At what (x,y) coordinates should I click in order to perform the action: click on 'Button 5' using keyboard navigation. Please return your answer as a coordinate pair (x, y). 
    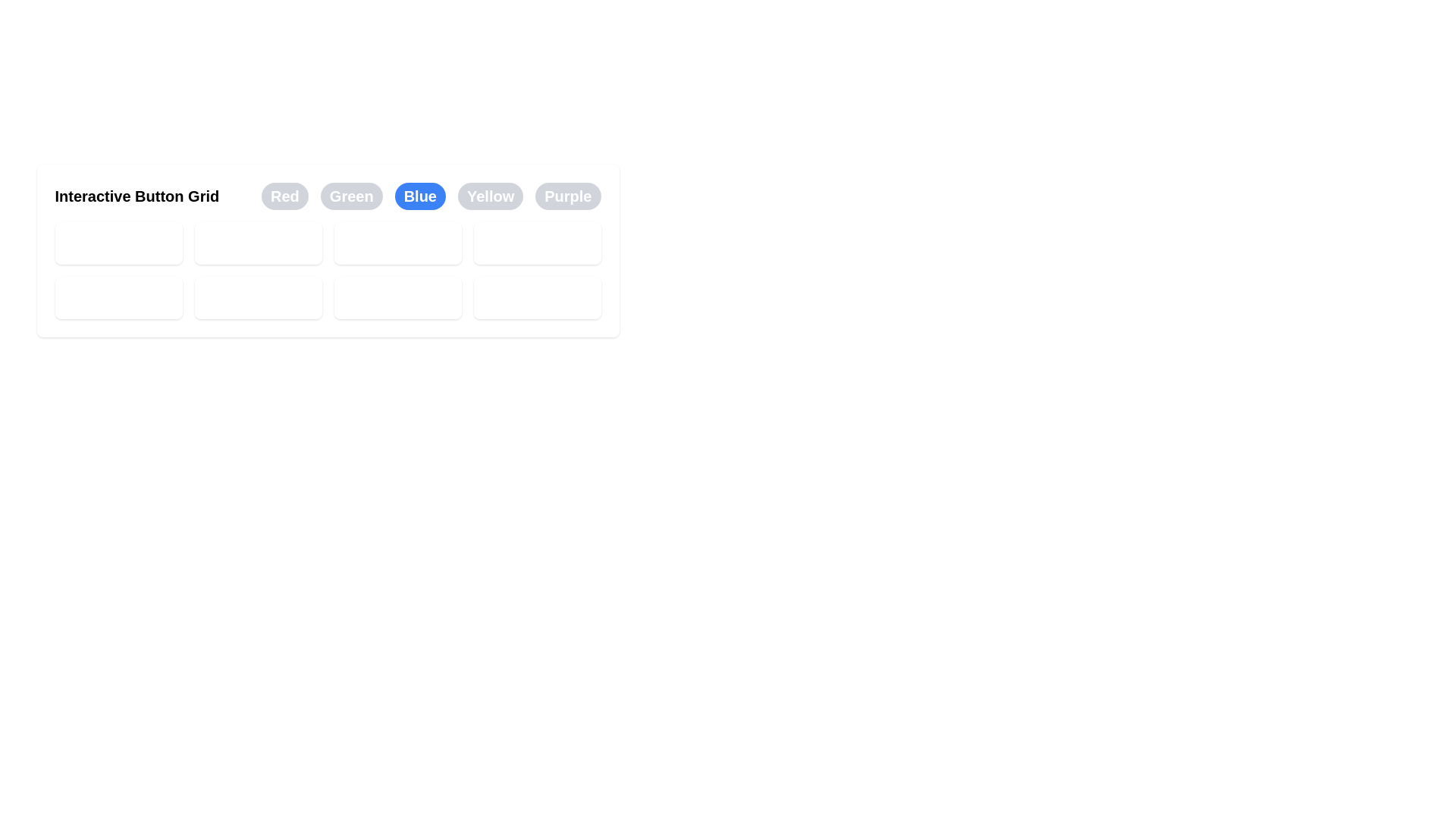
    Looking at the image, I should click on (118, 298).